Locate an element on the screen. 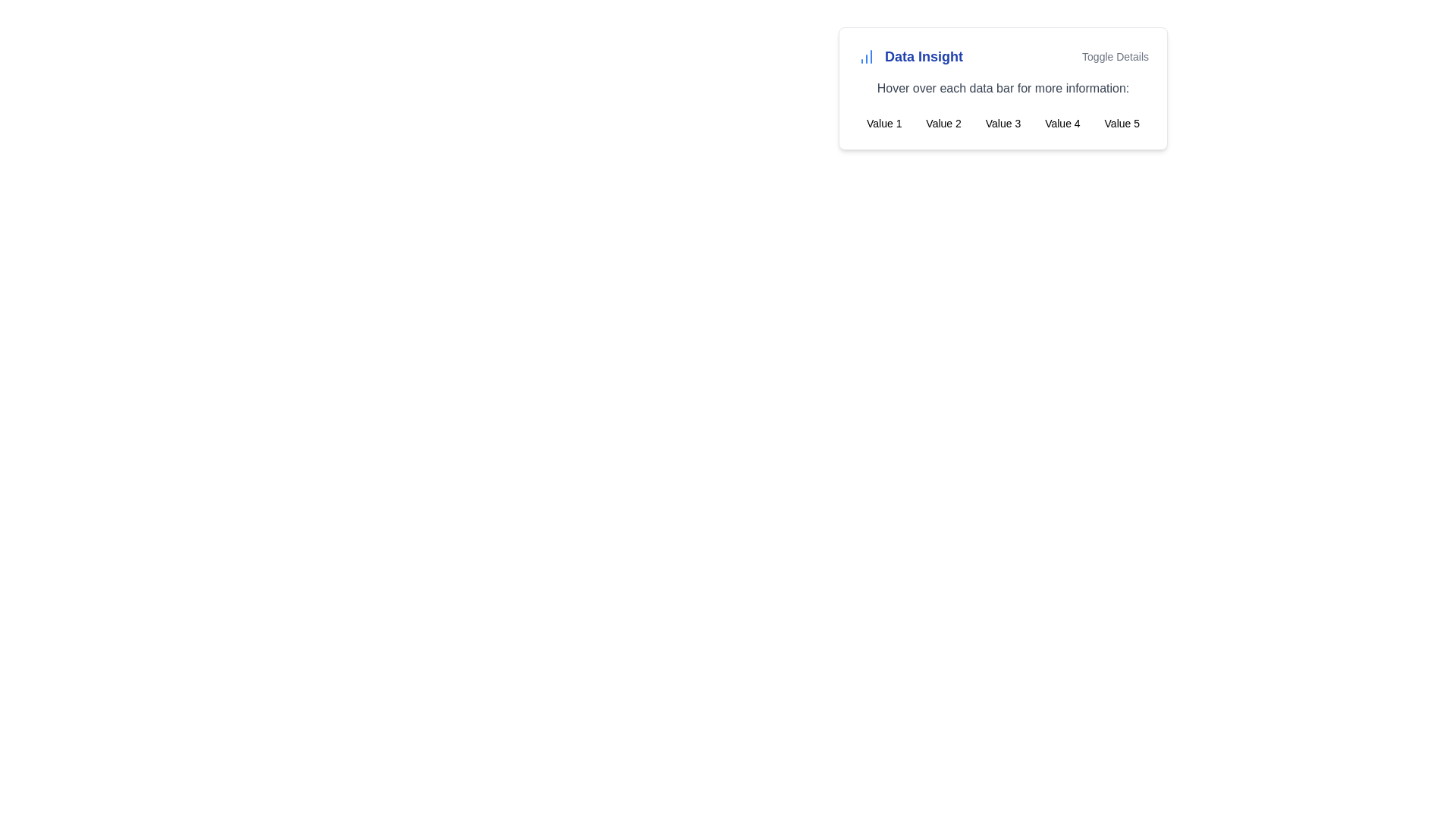  the text label 'Data Insight' which is styled in bold blue font and includes a blue bar chart icon on its left side, located at the top of the panel containing data-related values is located at coordinates (910, 55).